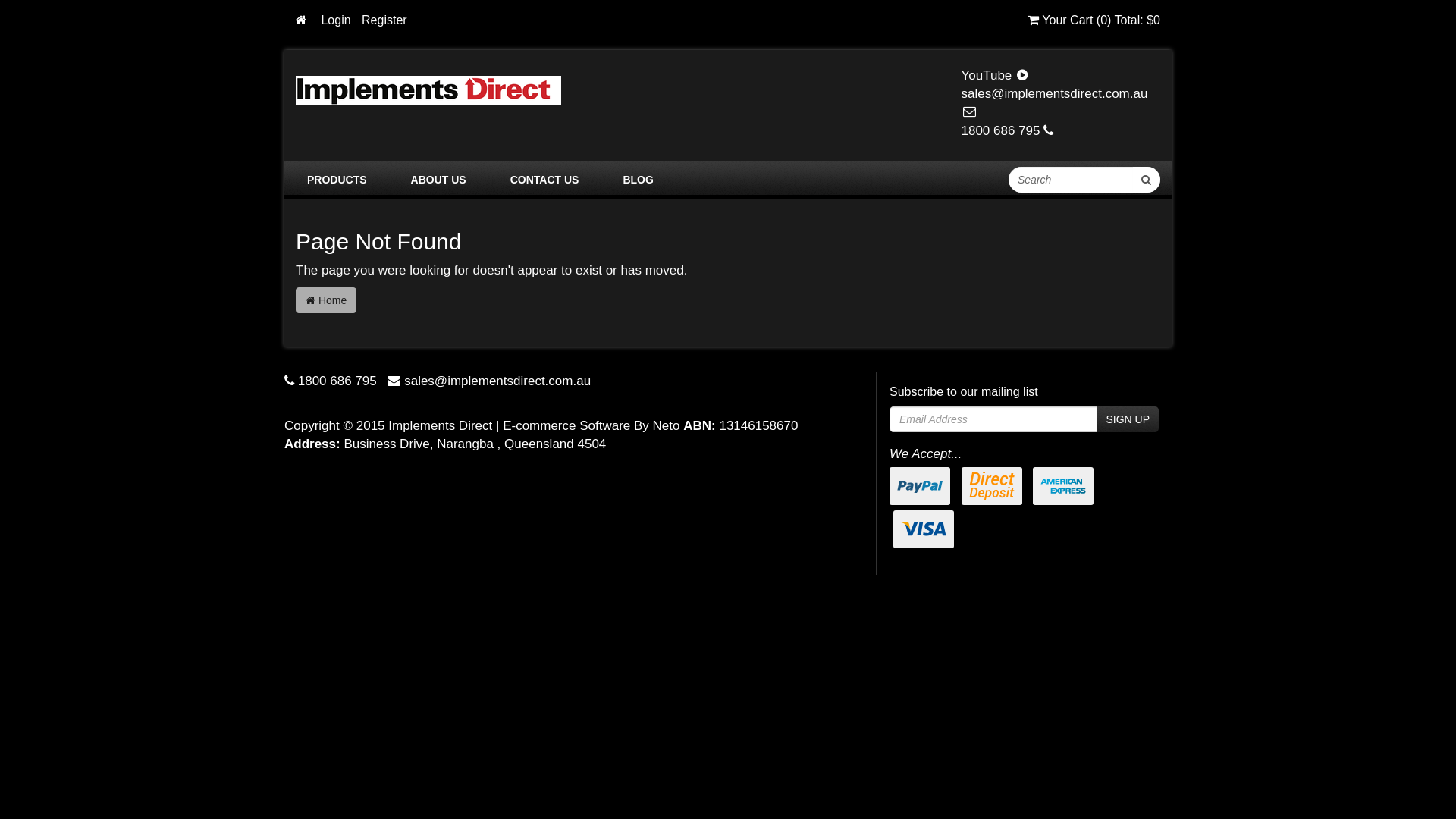 The height and width of the screenshot is (819, 1456). What do you see at coordinates (544, 178) in the screenshot?
I see `'CONTACT US'` at bounding box center [544, 178].